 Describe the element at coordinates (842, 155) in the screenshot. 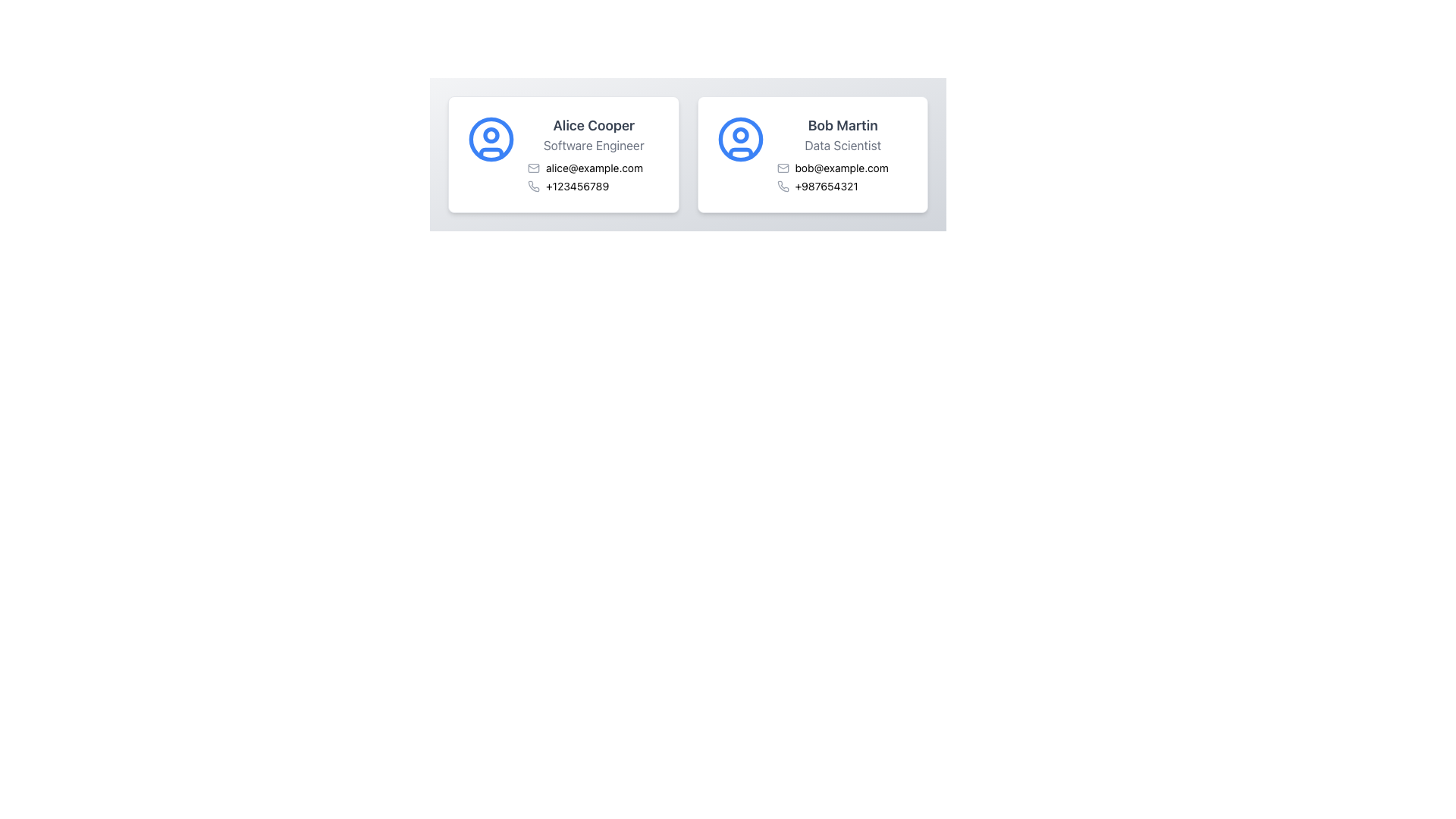

I see `the contact information block displaying contact details for 'Bob Martin'` at that location.